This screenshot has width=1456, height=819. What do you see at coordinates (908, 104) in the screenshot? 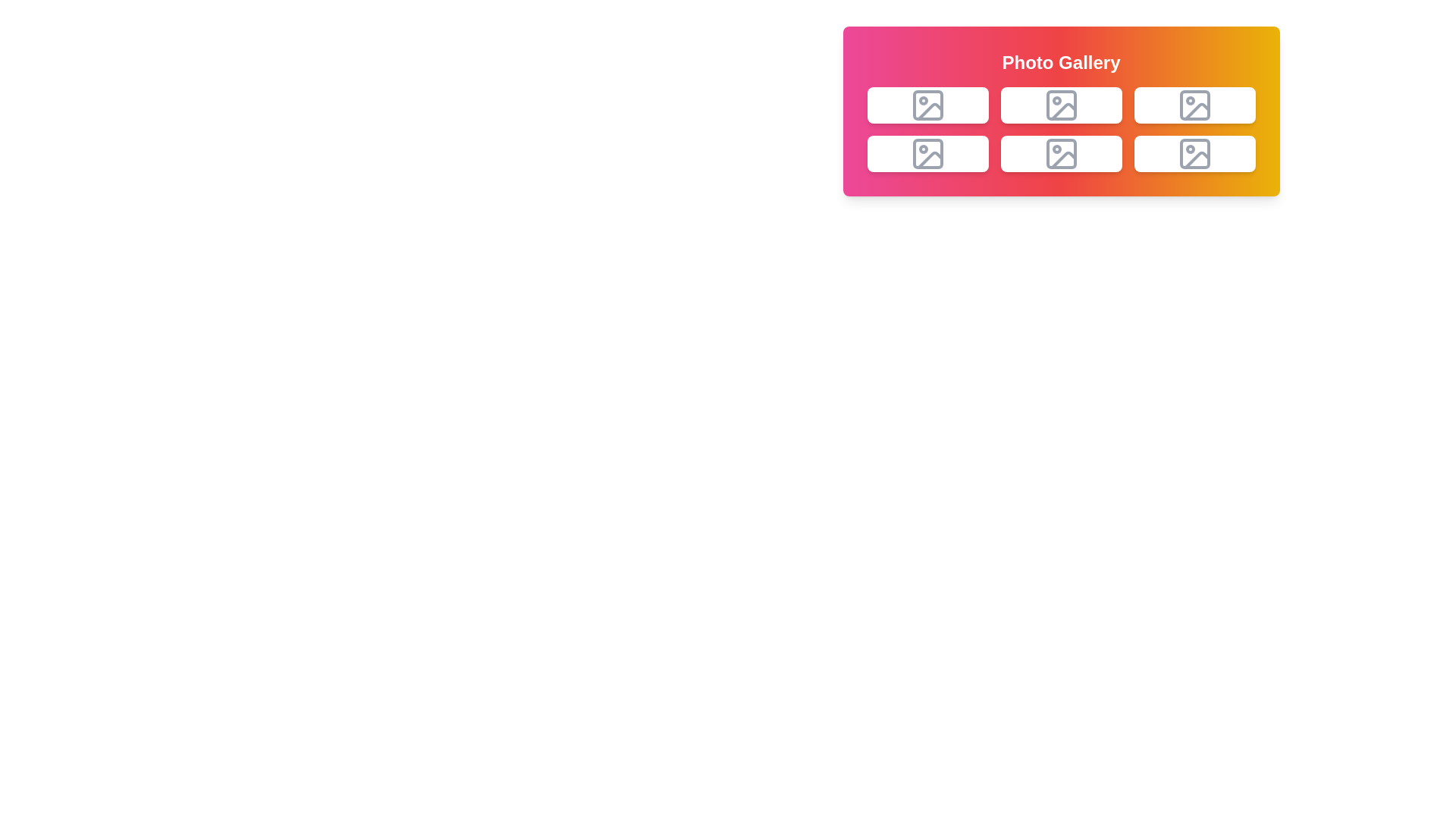
I see `the first interactive circular button` at bounding box center [908, 104].